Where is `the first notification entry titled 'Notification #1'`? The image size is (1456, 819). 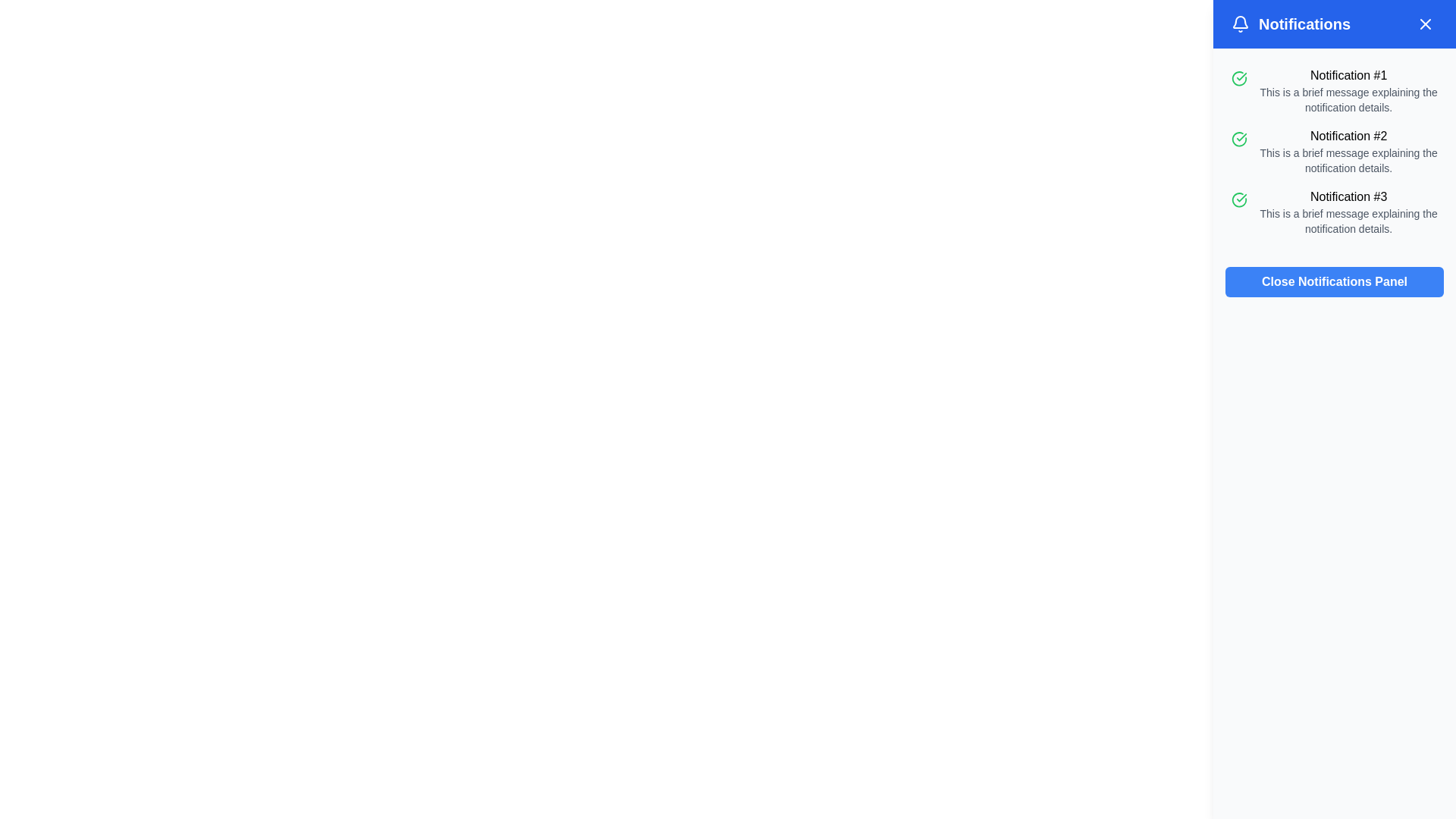
the first notification entry titled 'Notification #1' is located at coordinates (1348, 90).